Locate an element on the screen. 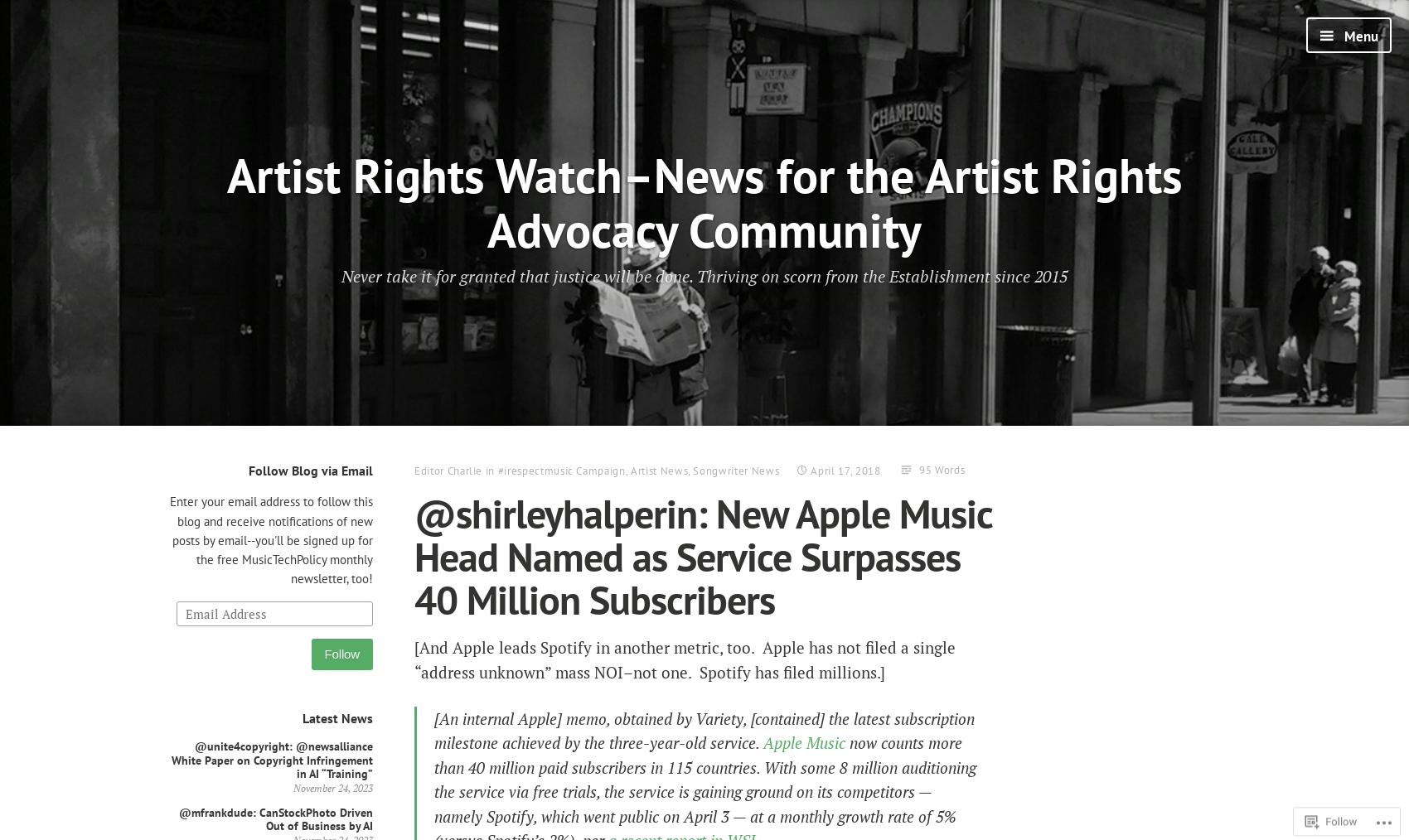  'Enter your email address to follow this blog and receive notifications of new posts by email--you'll be signed up for the free MusicTechPolicy monthly newsletter, too!' is located at coordinates (270, 540).